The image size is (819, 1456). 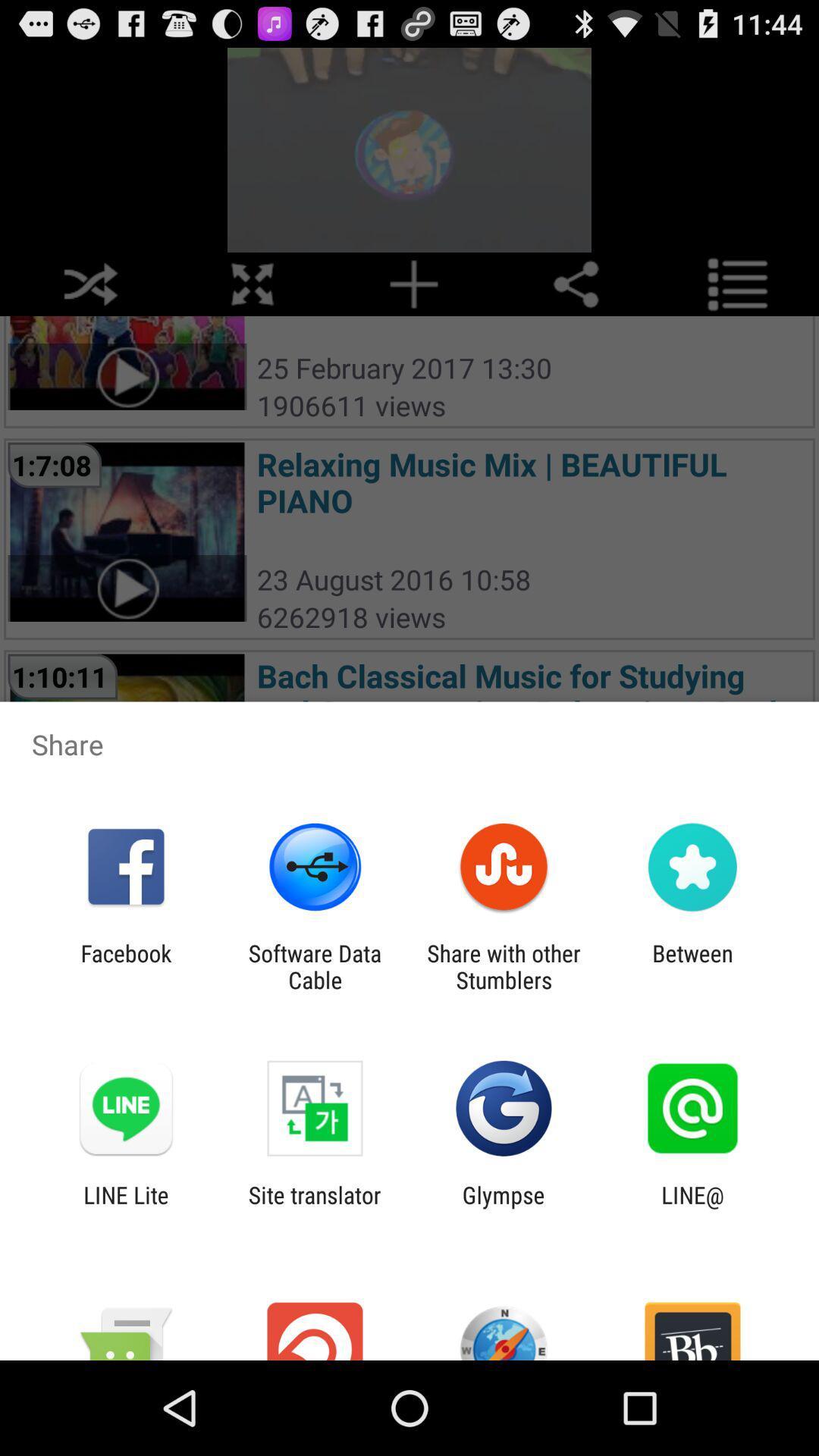 What do you see at coordinates (125, 1207) in the screenshot?
I see `line lite item` at bounding box center [125, 1207].